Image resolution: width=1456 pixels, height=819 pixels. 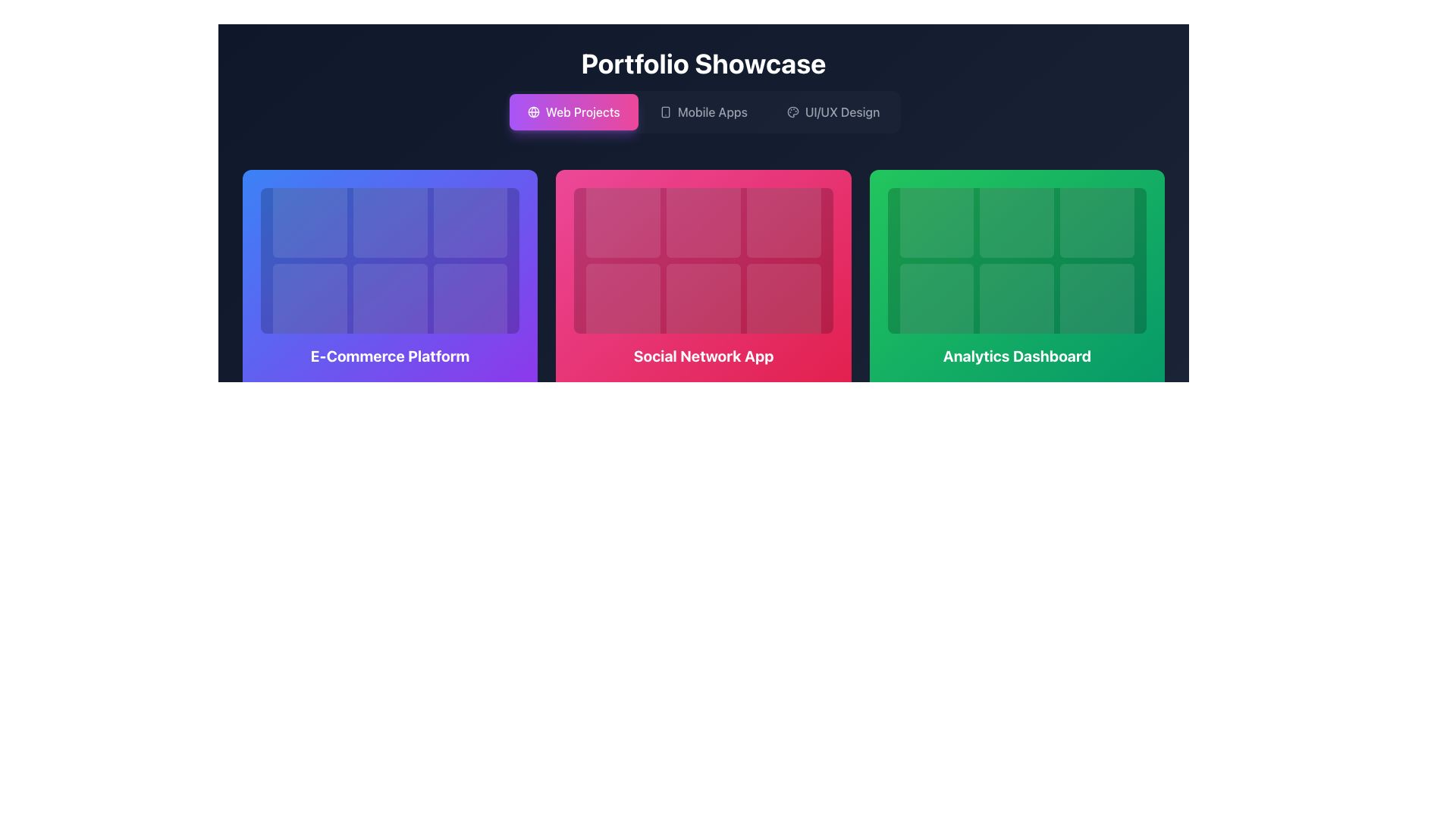 What do you see at coordinates (842, 111) in the screenshot?
I see `the rightmost Text label indicating UI/UX Design category in the vertical navigation bar` at bounding box center [842, 111].